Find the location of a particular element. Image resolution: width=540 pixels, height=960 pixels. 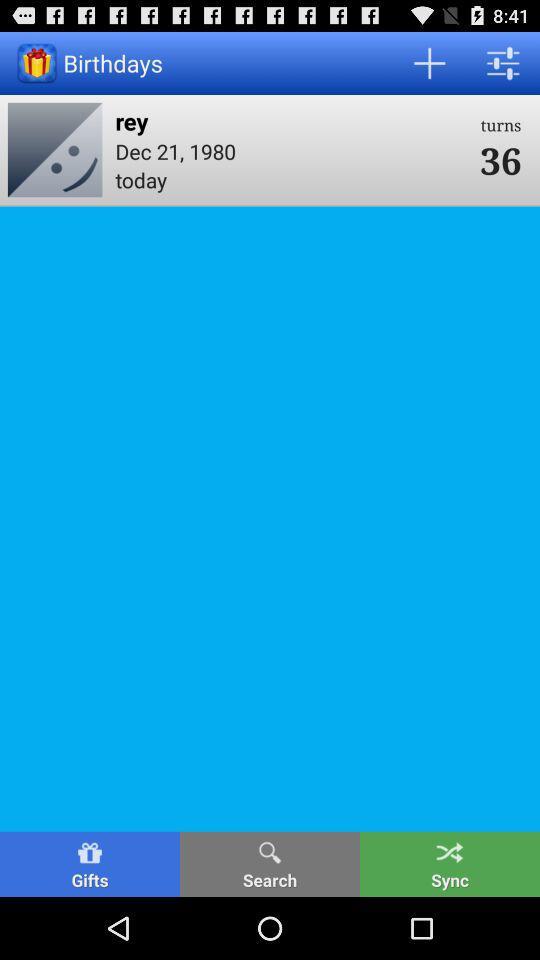

rey item is located at coordinates (290, 120).